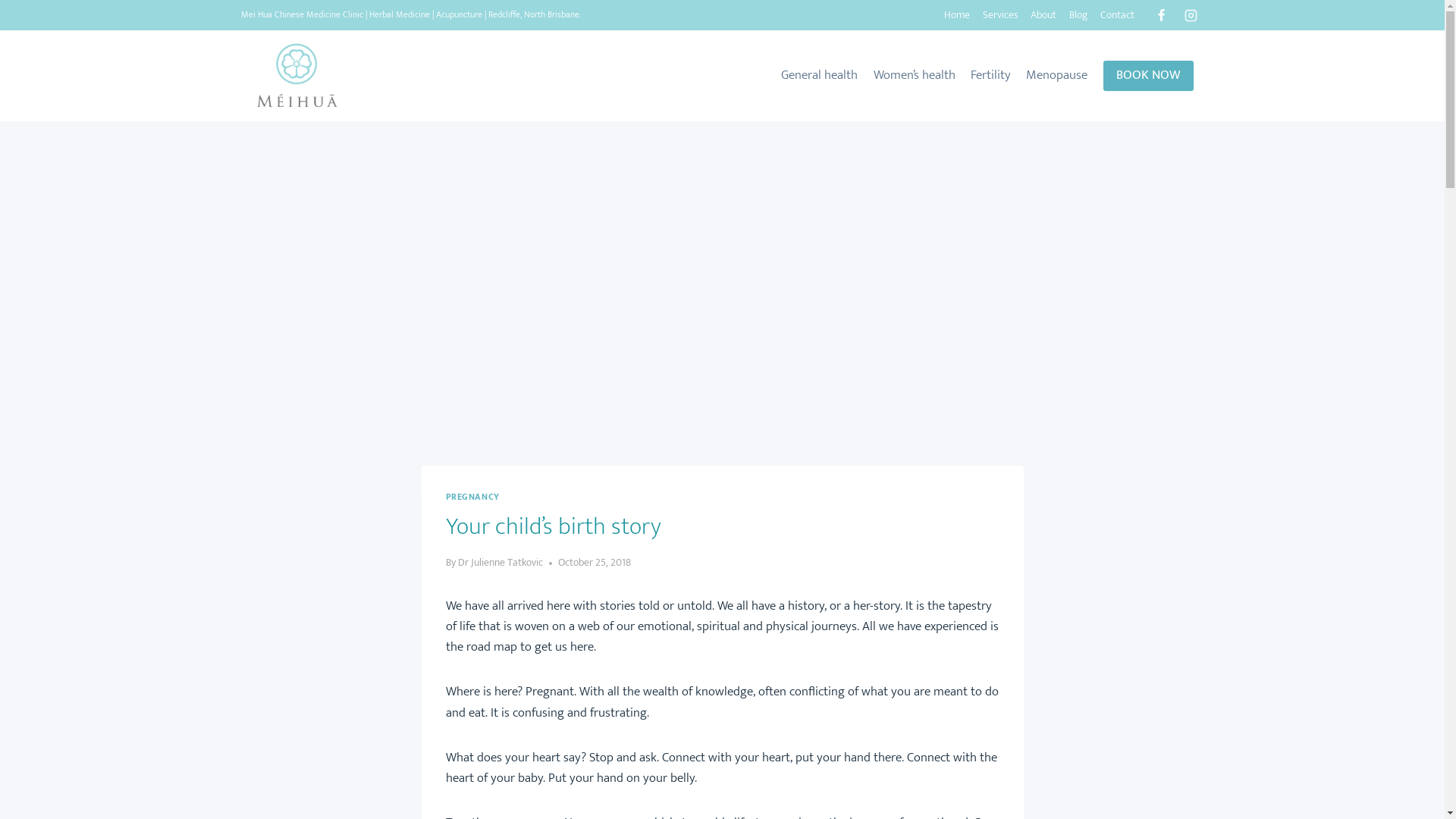 The height and width of the screenshot is (819, 1456). I want to click on 'Blog', so click(1078, 15).